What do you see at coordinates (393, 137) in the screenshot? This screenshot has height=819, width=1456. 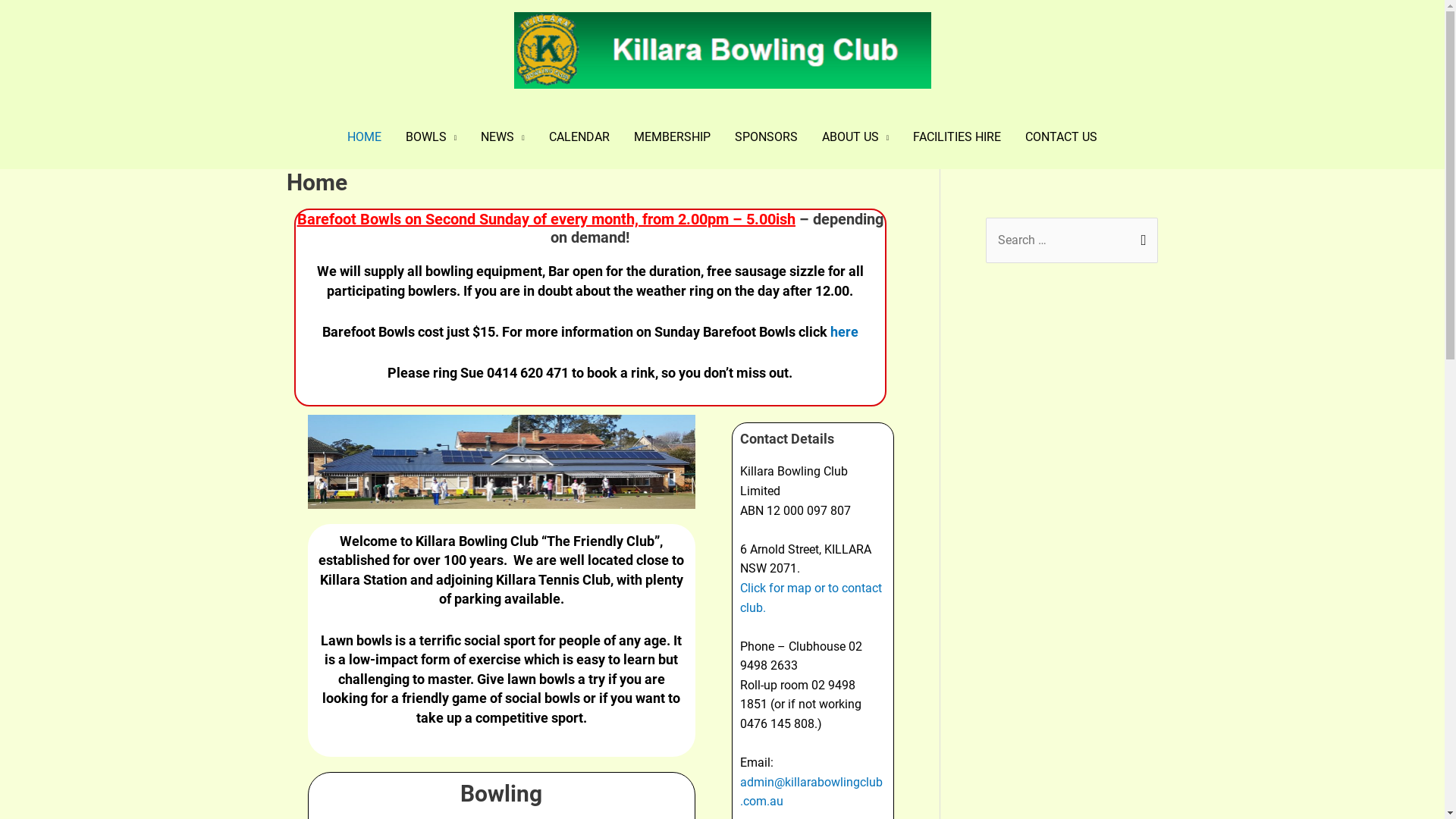 I see `'BOWLS'` at bounding box center [393, 137].